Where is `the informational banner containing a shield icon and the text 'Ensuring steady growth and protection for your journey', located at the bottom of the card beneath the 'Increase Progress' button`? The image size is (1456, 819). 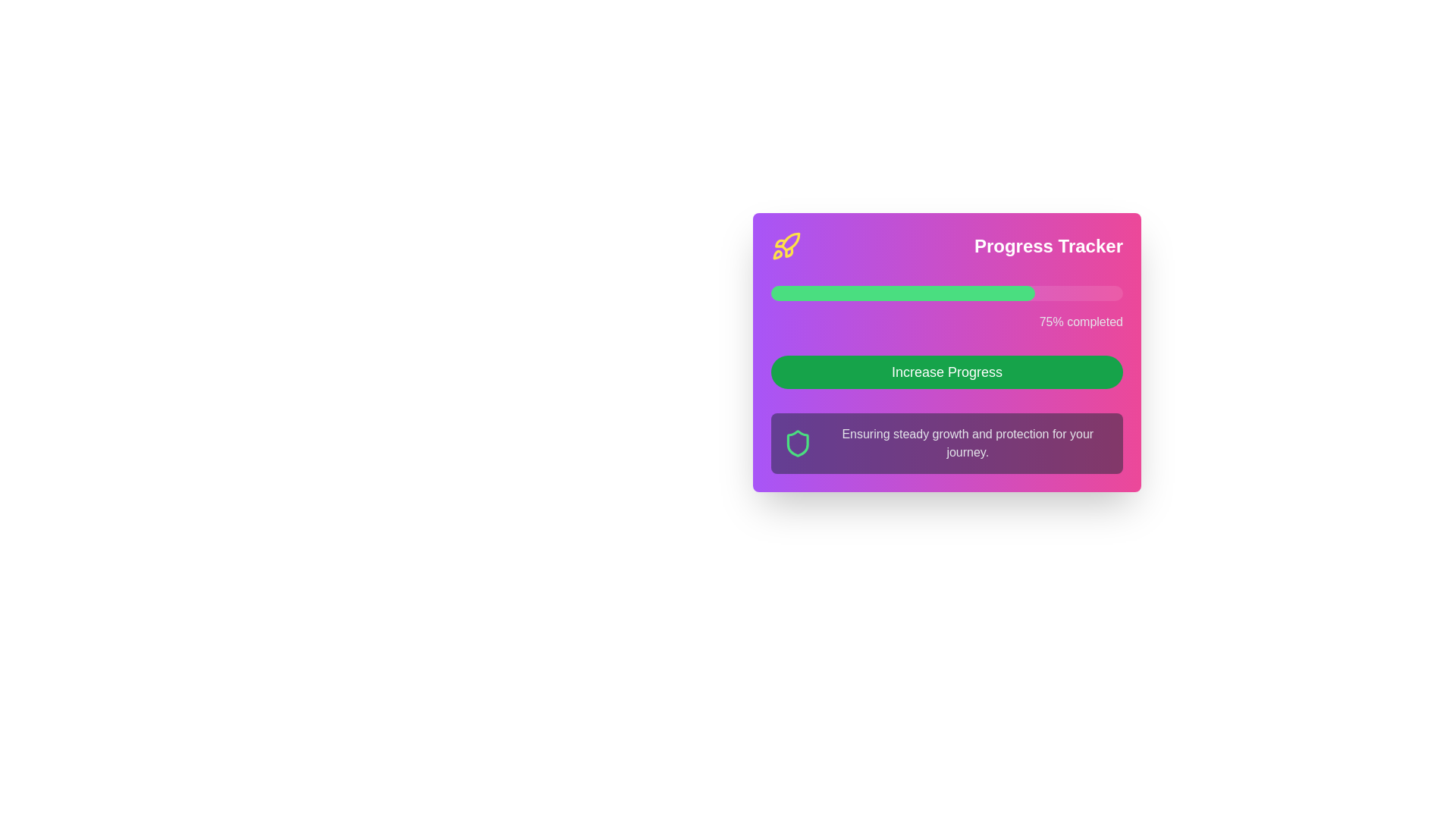
the informational banner containing a shield icon and the text 'Ensuring steady growth and protection for your journey', located at the bottom of the card beneath the 'Increase Progress' button is located at coordinates (946, 444).